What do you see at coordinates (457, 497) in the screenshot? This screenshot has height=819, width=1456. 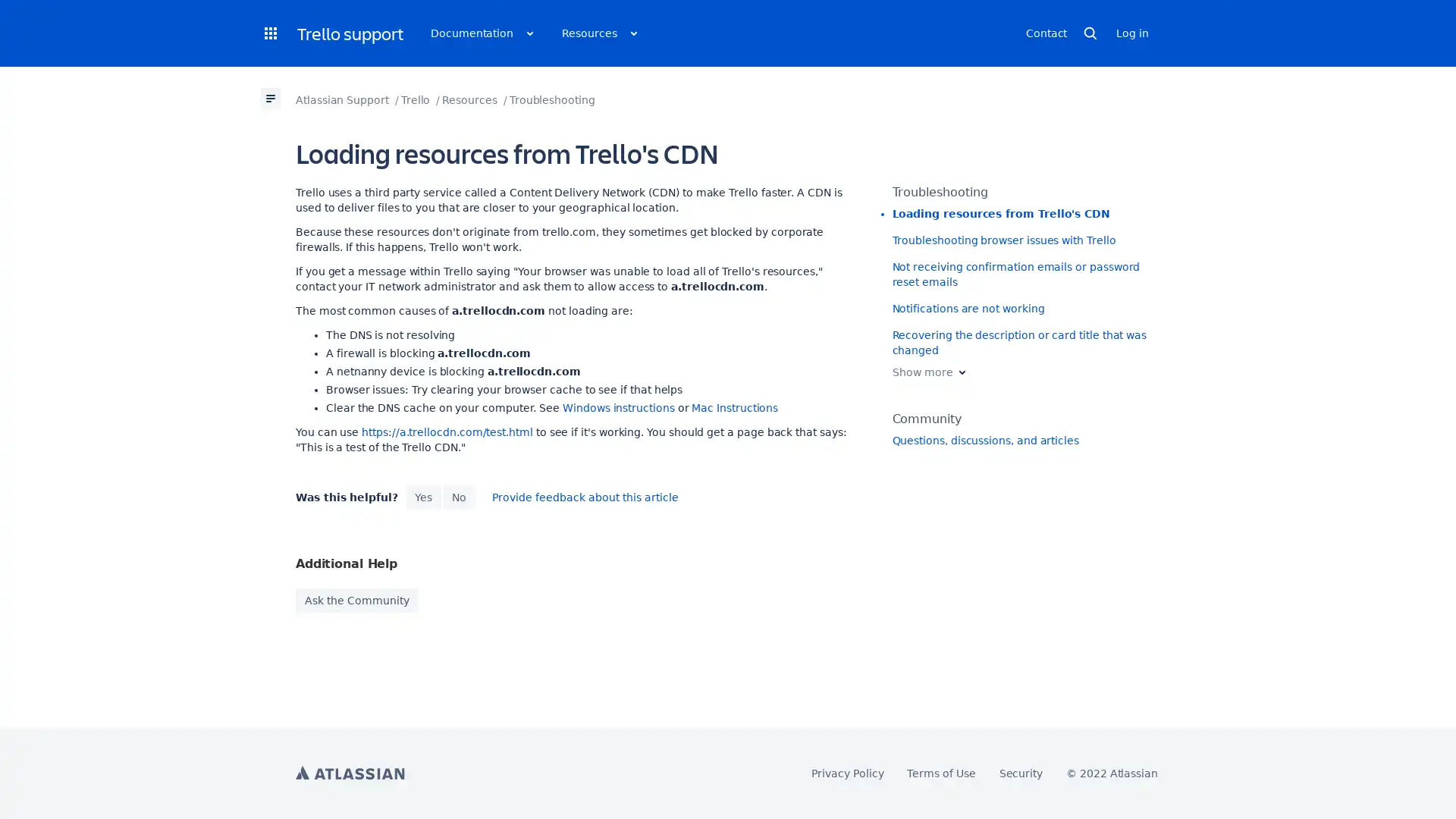 I see `No` at bounding box center [457, 497].